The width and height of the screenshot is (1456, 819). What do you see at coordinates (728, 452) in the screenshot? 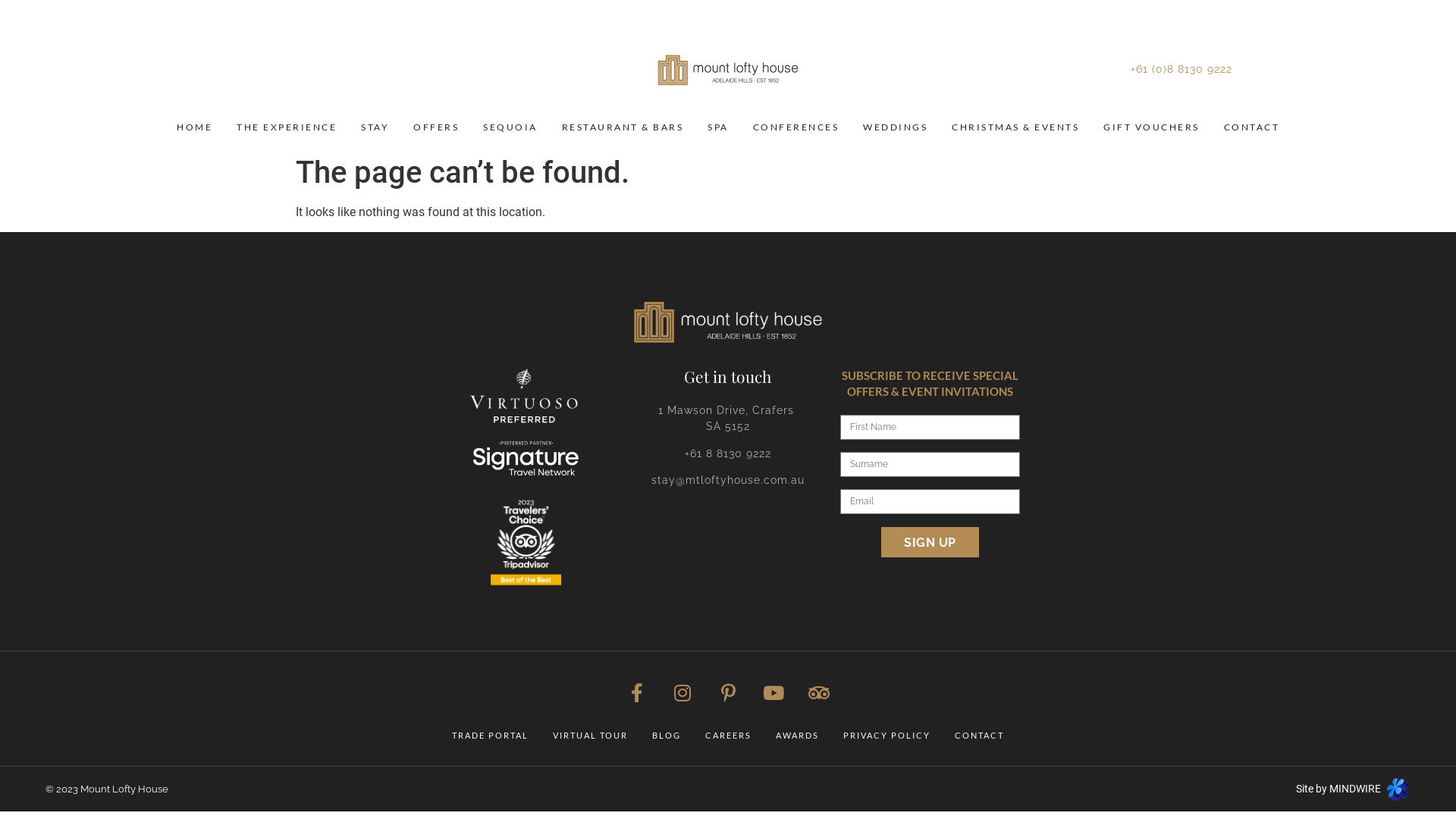
I see `'+61 8 8130 9222'` at bounding box center [728, 452].